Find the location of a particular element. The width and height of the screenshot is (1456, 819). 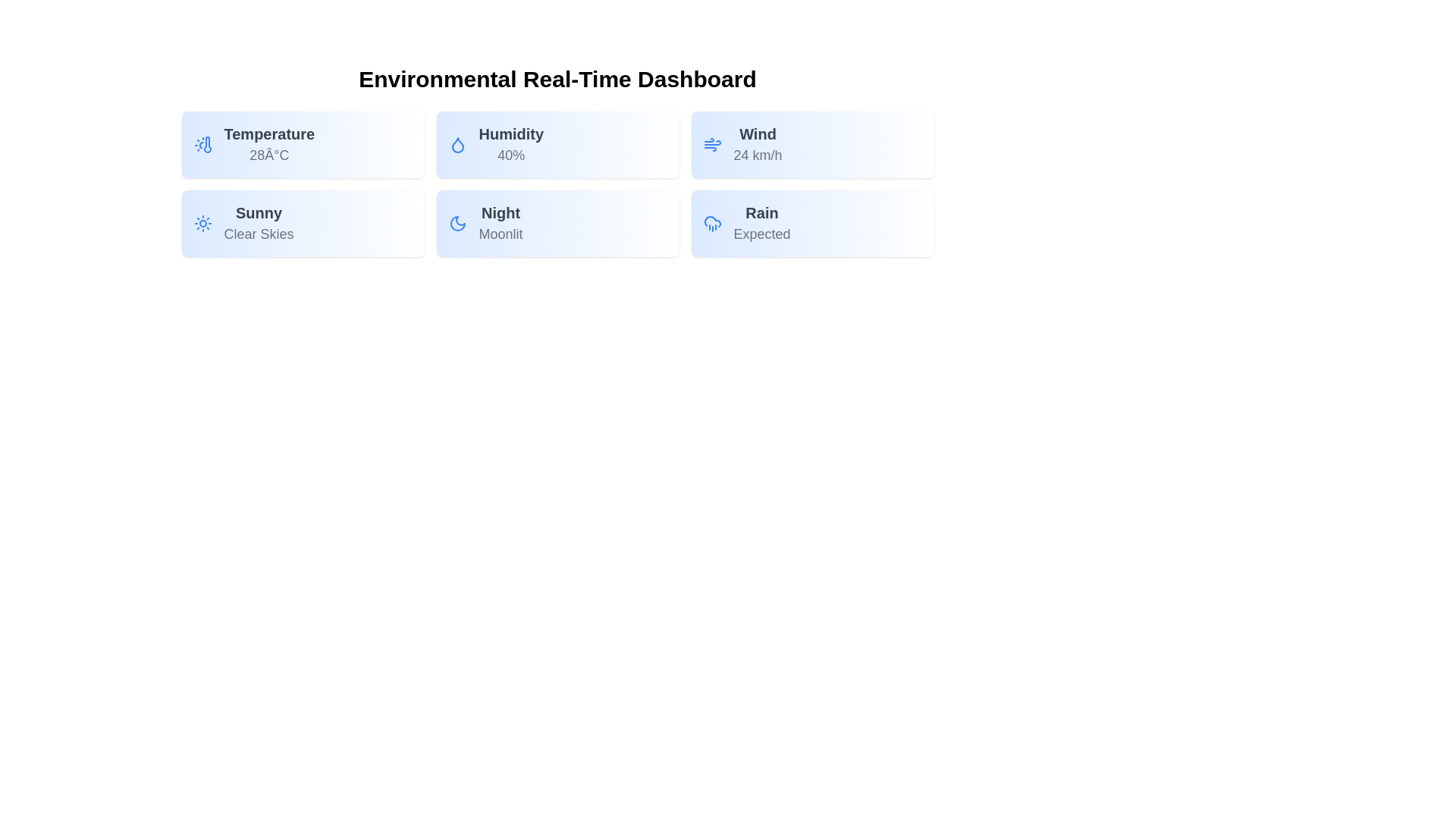

the blue droplet-shaped icon located within the 'Humidity 40%' card, positioned to the left of the text content is located at coordinates (457, 145).